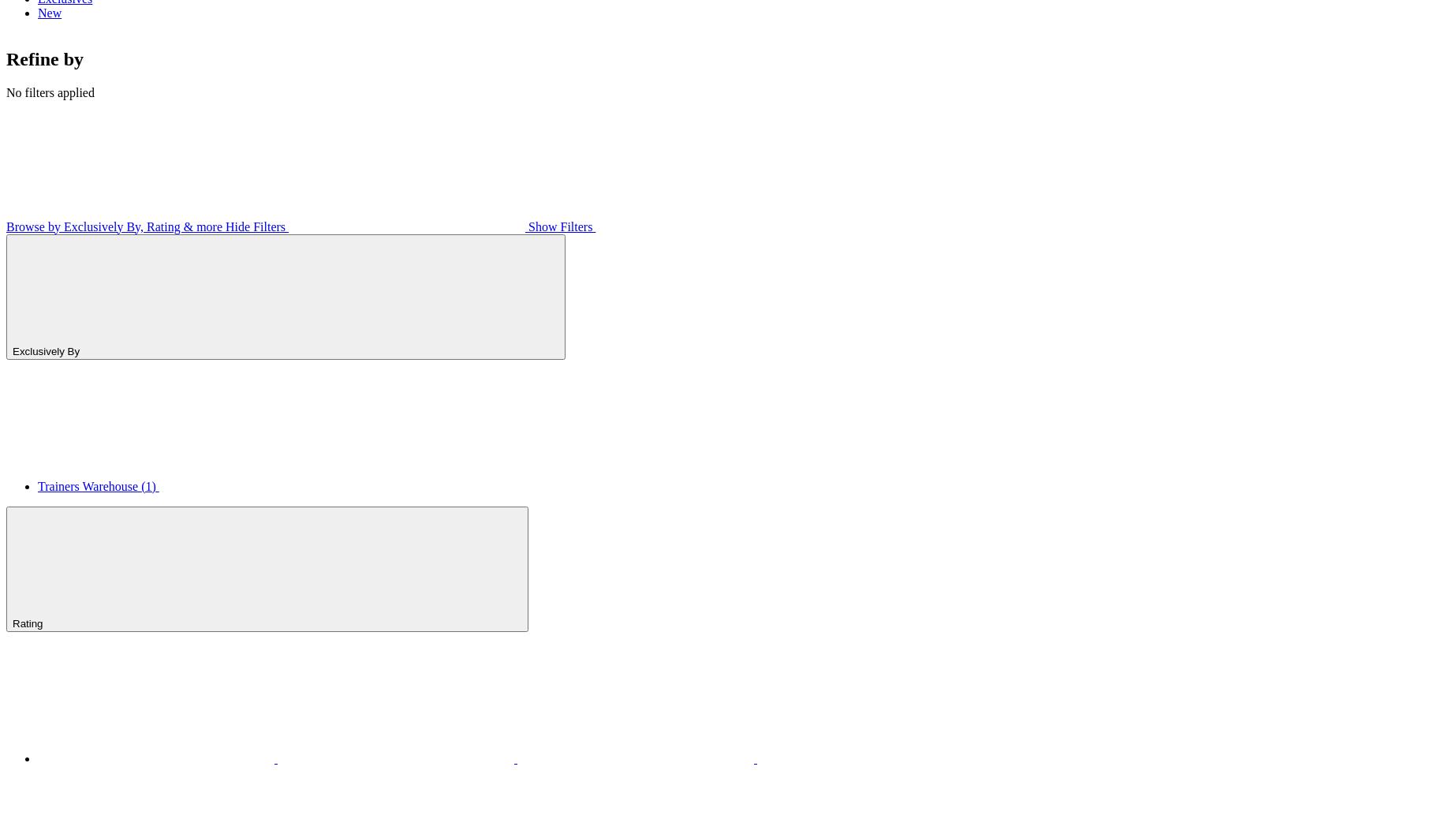 The height and width of the screenshot is (834, 1456). Describe the element at coordinates (115, 225) in the screenshot. I see `'Browse by Exclusively By, Rating & more'` at that location.